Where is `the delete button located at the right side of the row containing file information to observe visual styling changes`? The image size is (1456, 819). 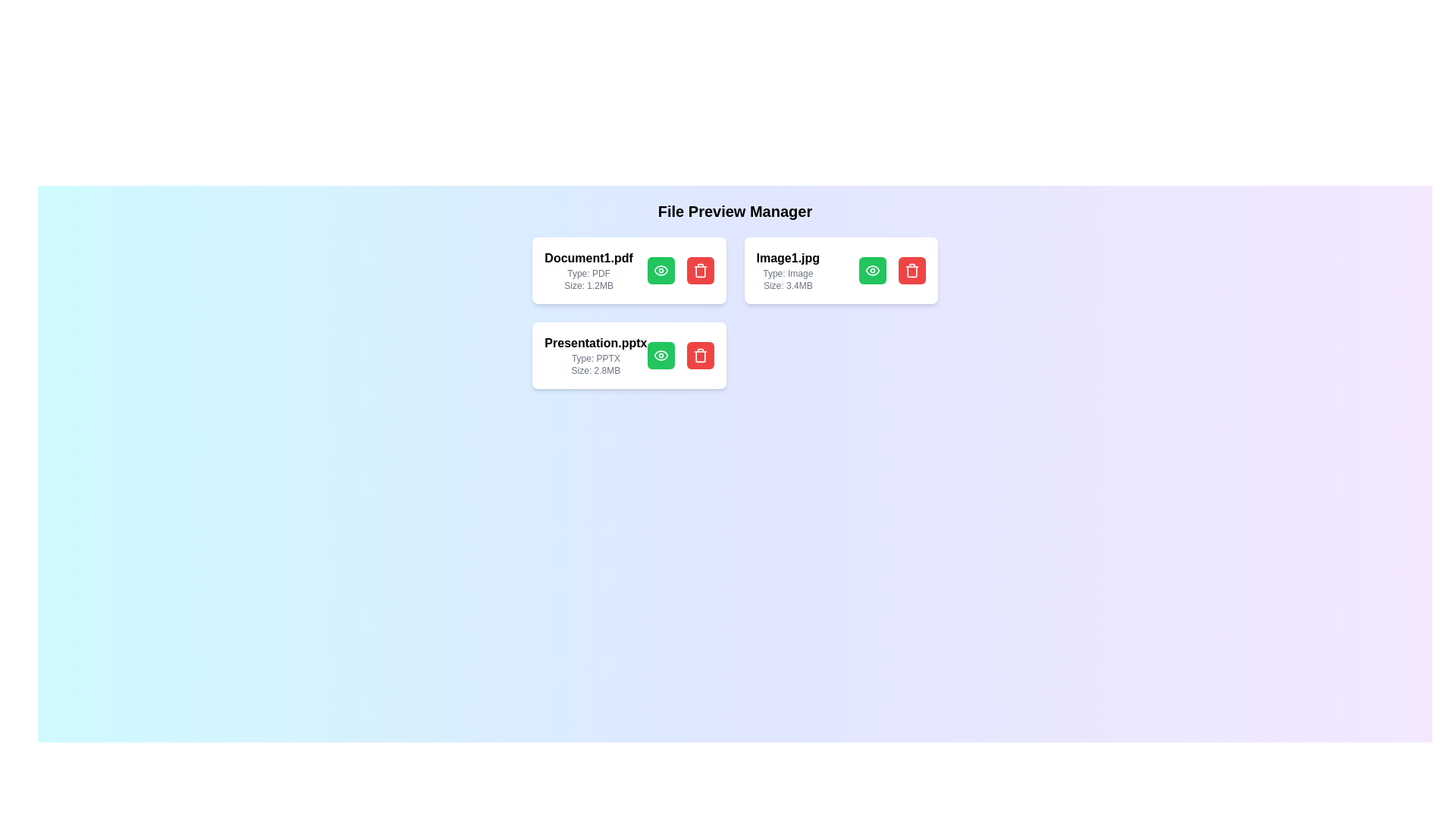
the delete button located at the right side of the row containing file information to observe visual styling changes is located at coordinates (699, 356).